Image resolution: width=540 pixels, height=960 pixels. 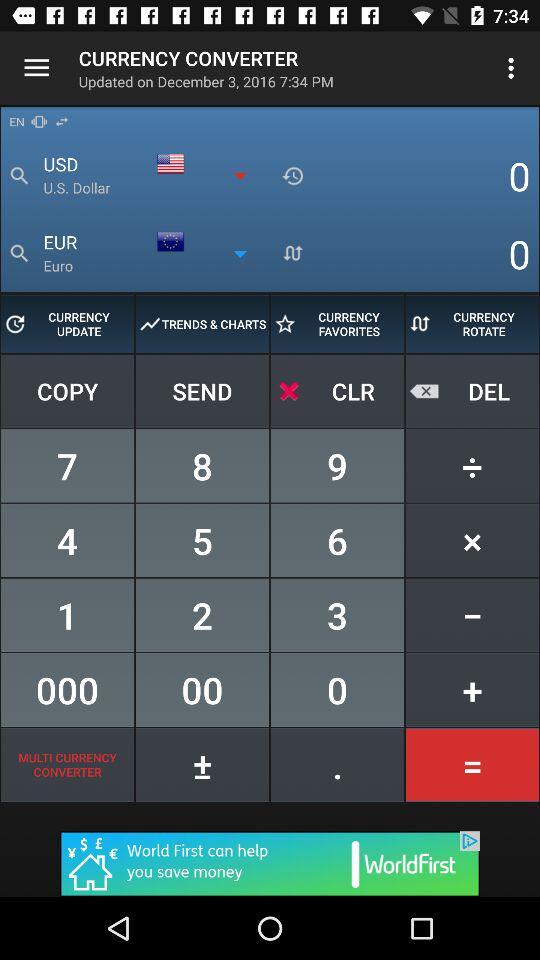 I want to click on 5, so click(x=202, y=539).